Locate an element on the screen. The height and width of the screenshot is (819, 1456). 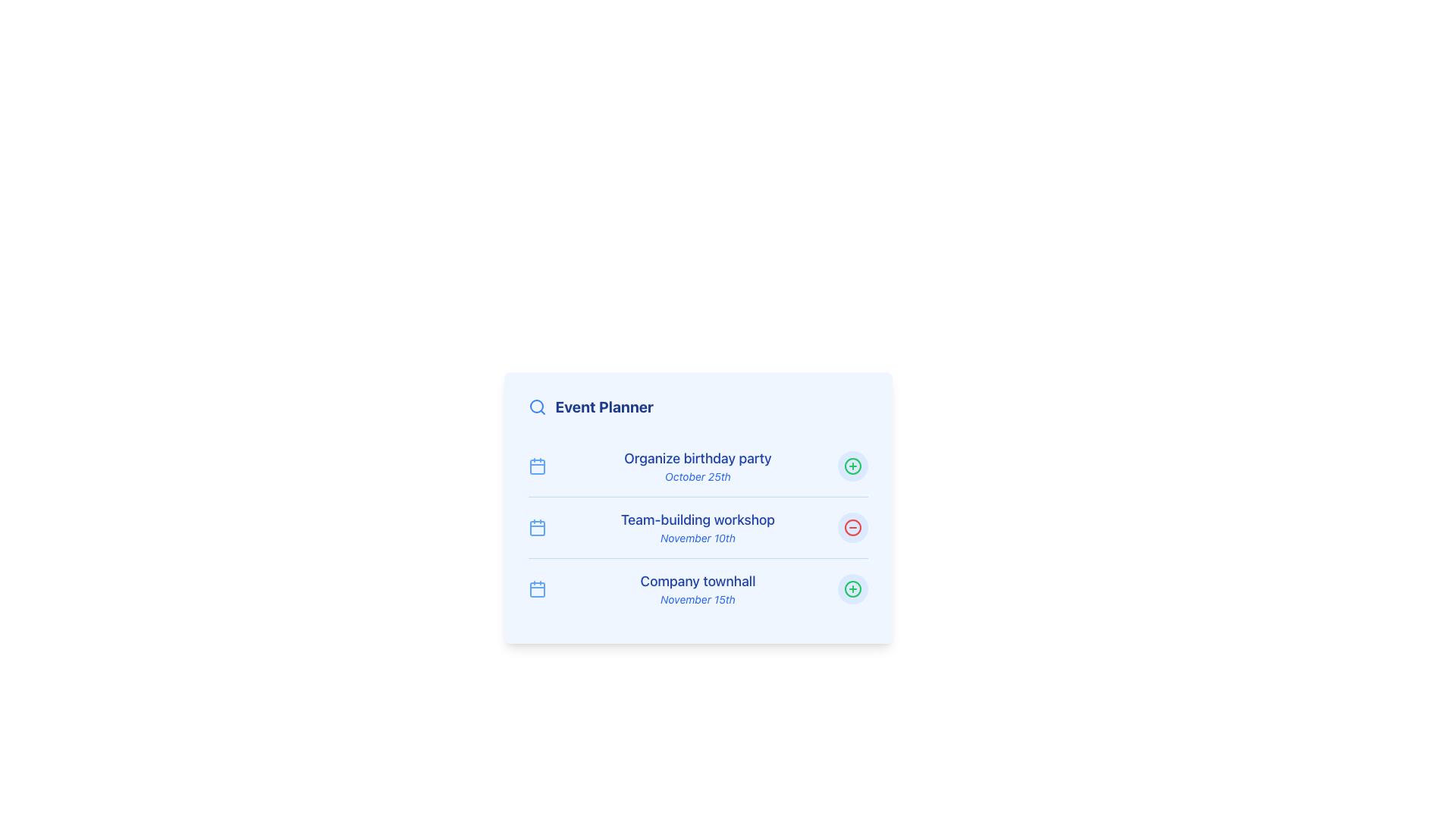
event information from the third item in the 'Event Planner' list, located below 'Organize birthday party' and 'Team-building workshop' is located at coordinates (697, 588).